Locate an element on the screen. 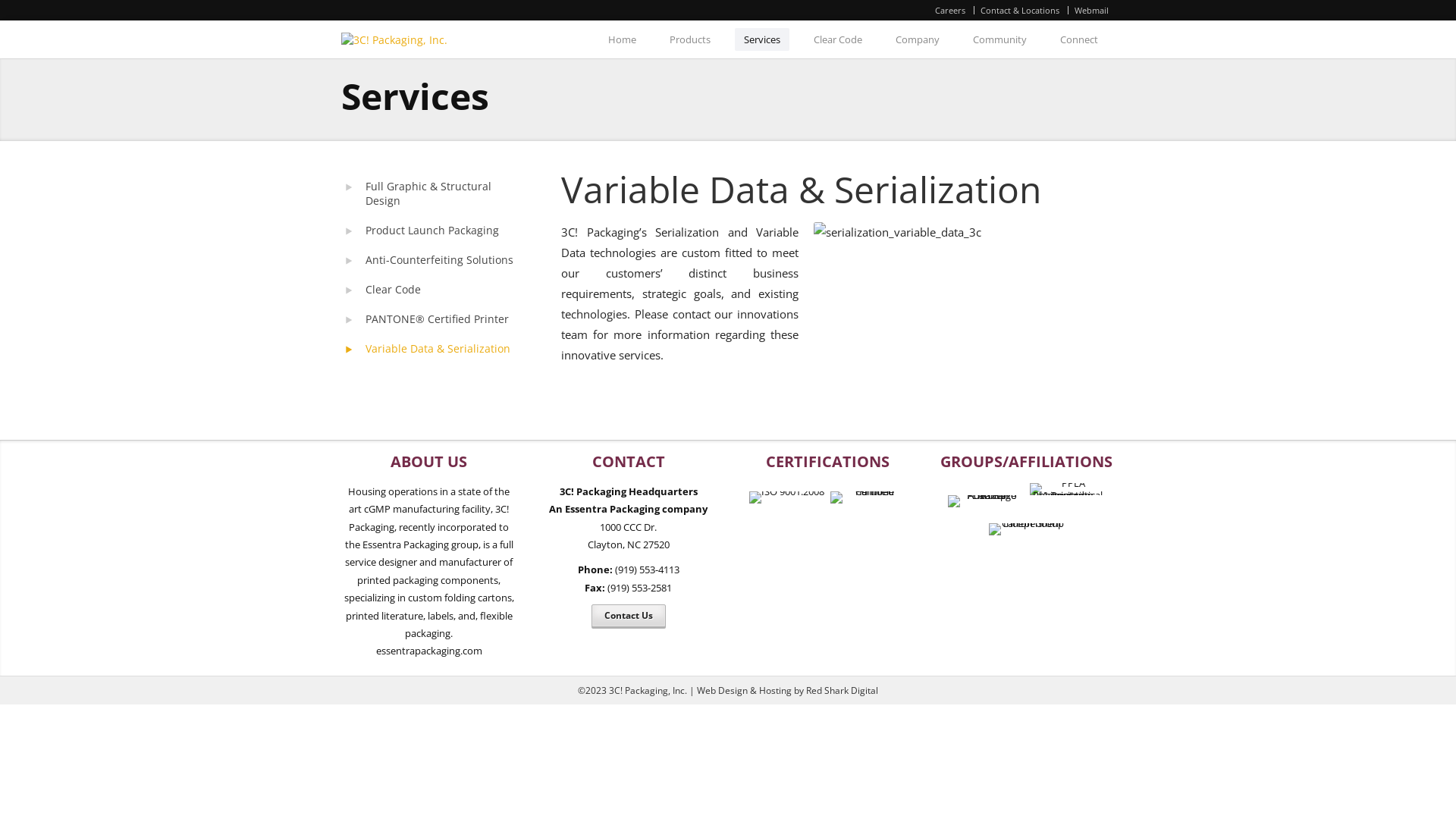 The width and height of the screenshot is (1456, 819). 'Independent Carton Group' is located at coordinates (989, 529).